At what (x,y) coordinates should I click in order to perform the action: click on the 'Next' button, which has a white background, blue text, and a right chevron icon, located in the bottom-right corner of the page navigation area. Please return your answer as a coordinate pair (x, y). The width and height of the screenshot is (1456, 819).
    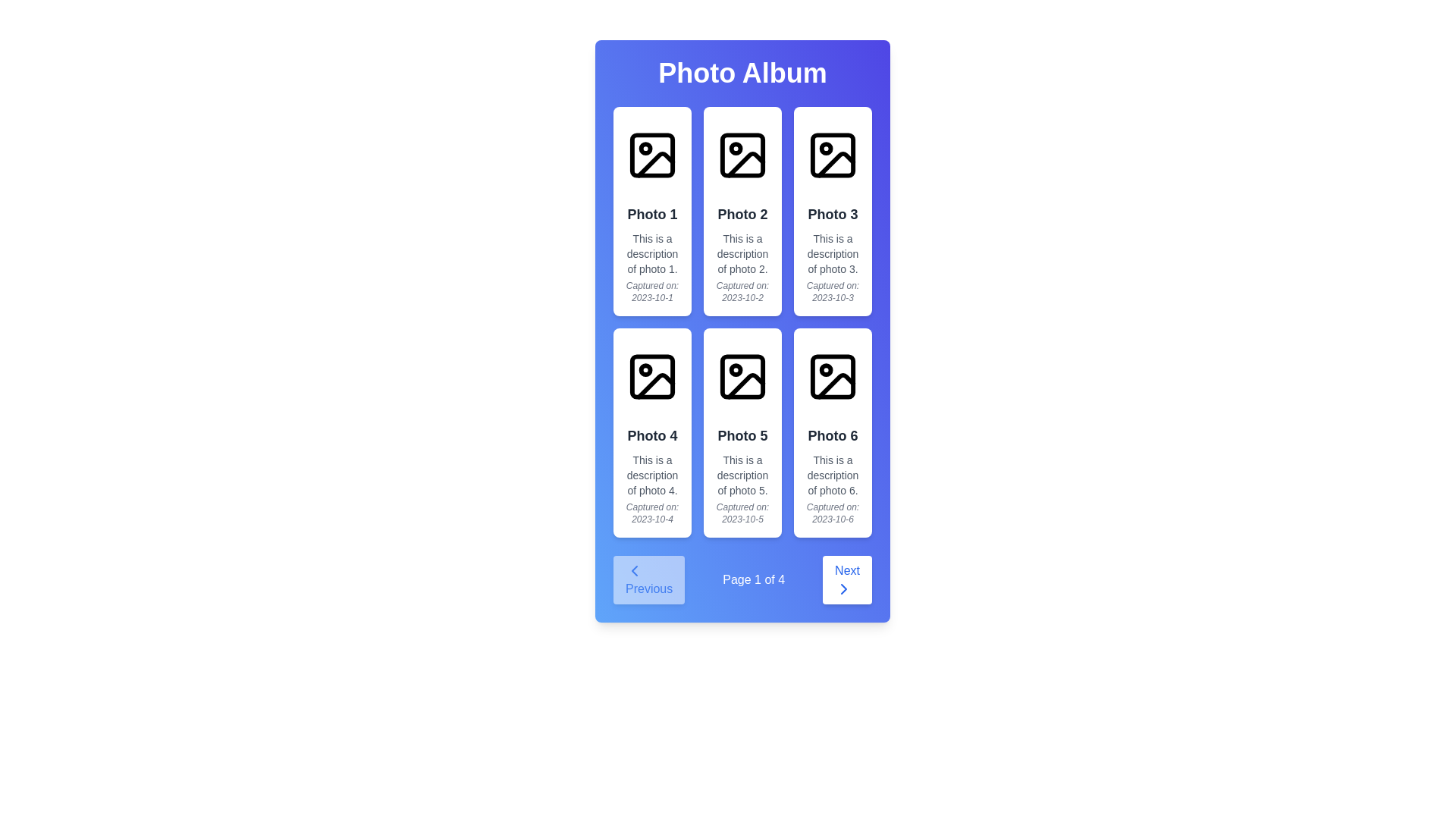
    Looking at the image, I should click on (846, 579).